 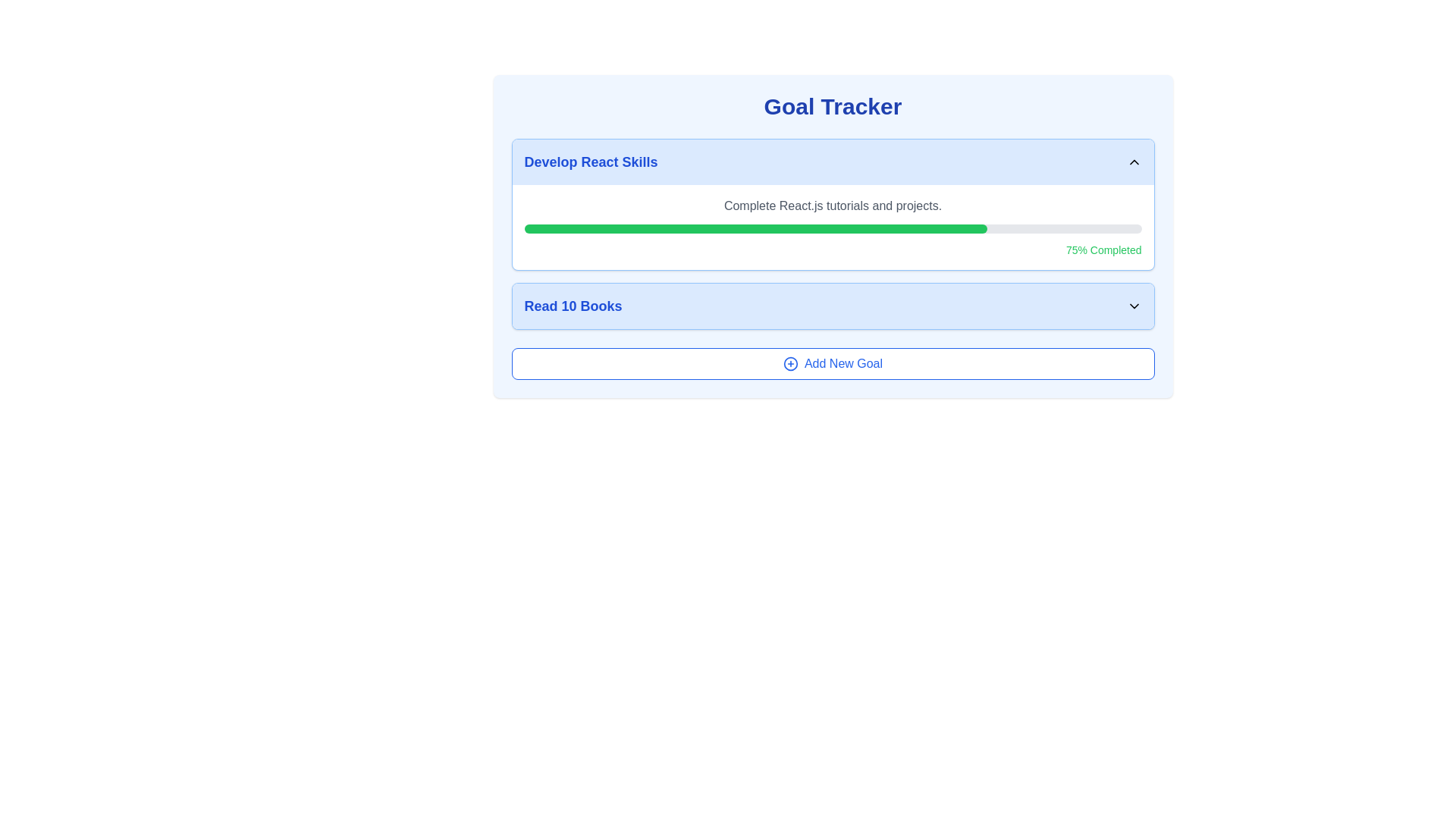 I want to click on the progress bar element displaying 'Complete React.js tutorials and projects.' with the indicator text '75% Completed', so click(x=832, y=227).